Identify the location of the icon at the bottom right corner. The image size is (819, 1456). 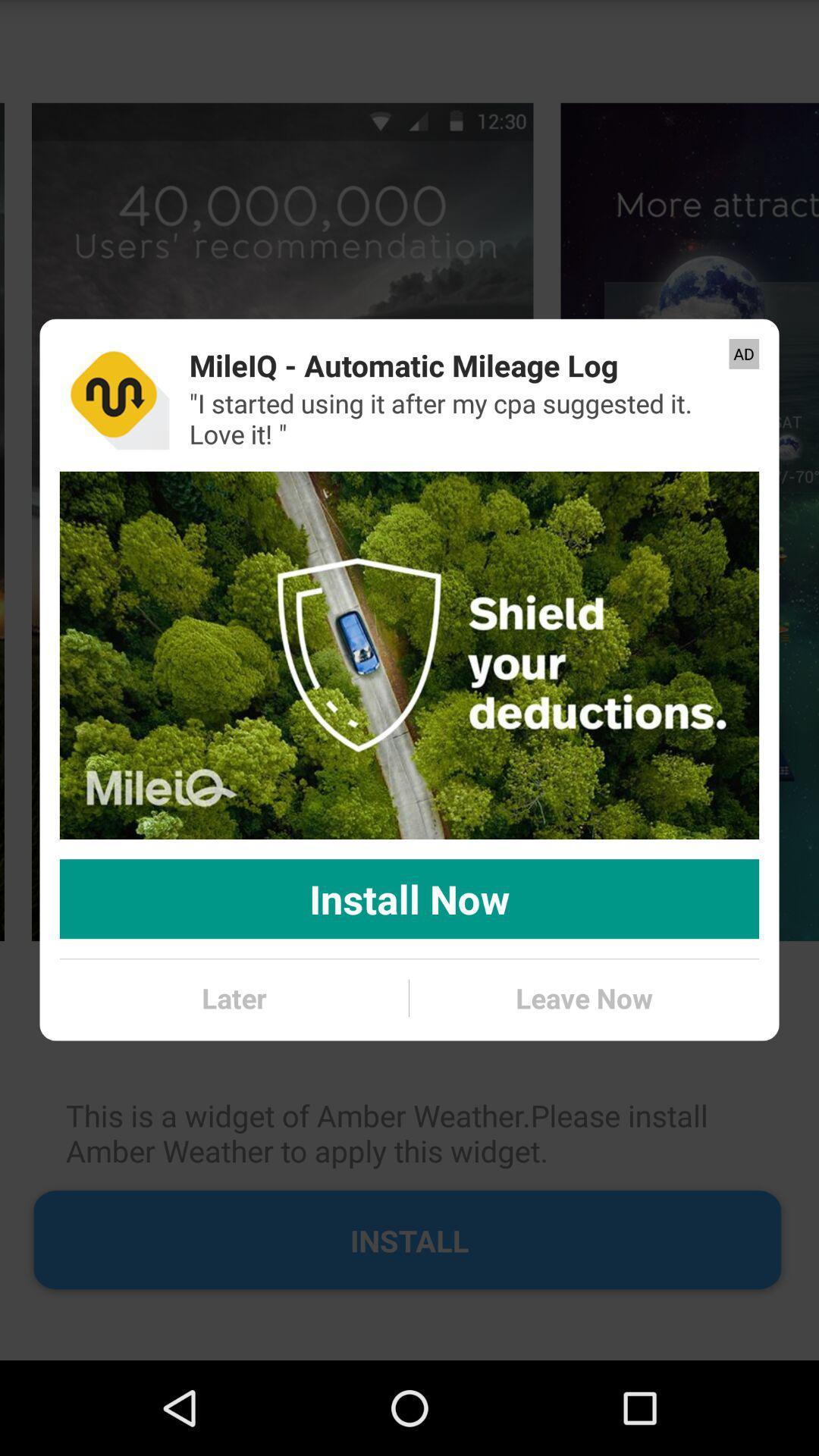
(583, 998).